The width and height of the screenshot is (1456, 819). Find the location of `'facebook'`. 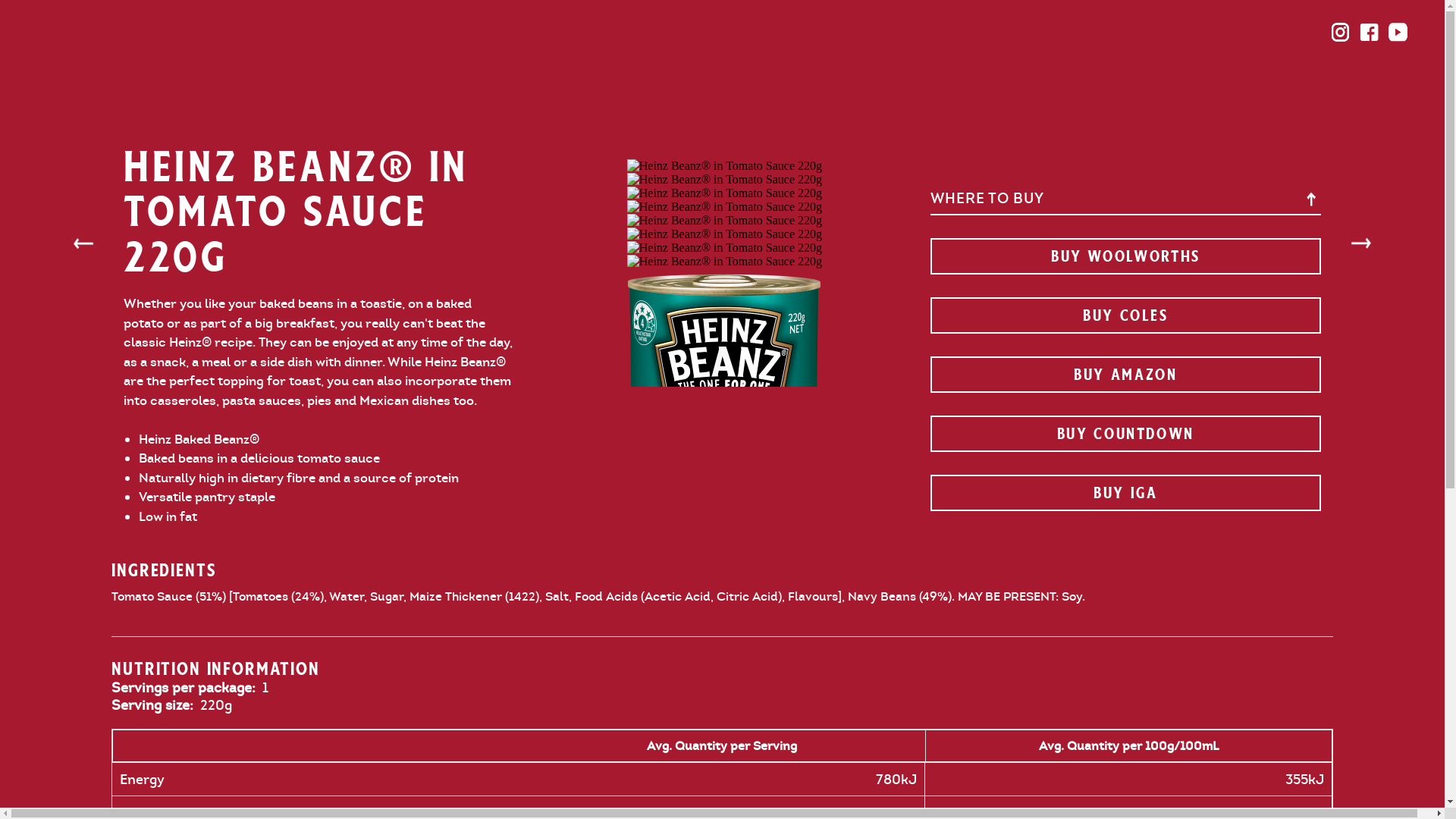

'facebook' is located at coordinates (1369, 32).